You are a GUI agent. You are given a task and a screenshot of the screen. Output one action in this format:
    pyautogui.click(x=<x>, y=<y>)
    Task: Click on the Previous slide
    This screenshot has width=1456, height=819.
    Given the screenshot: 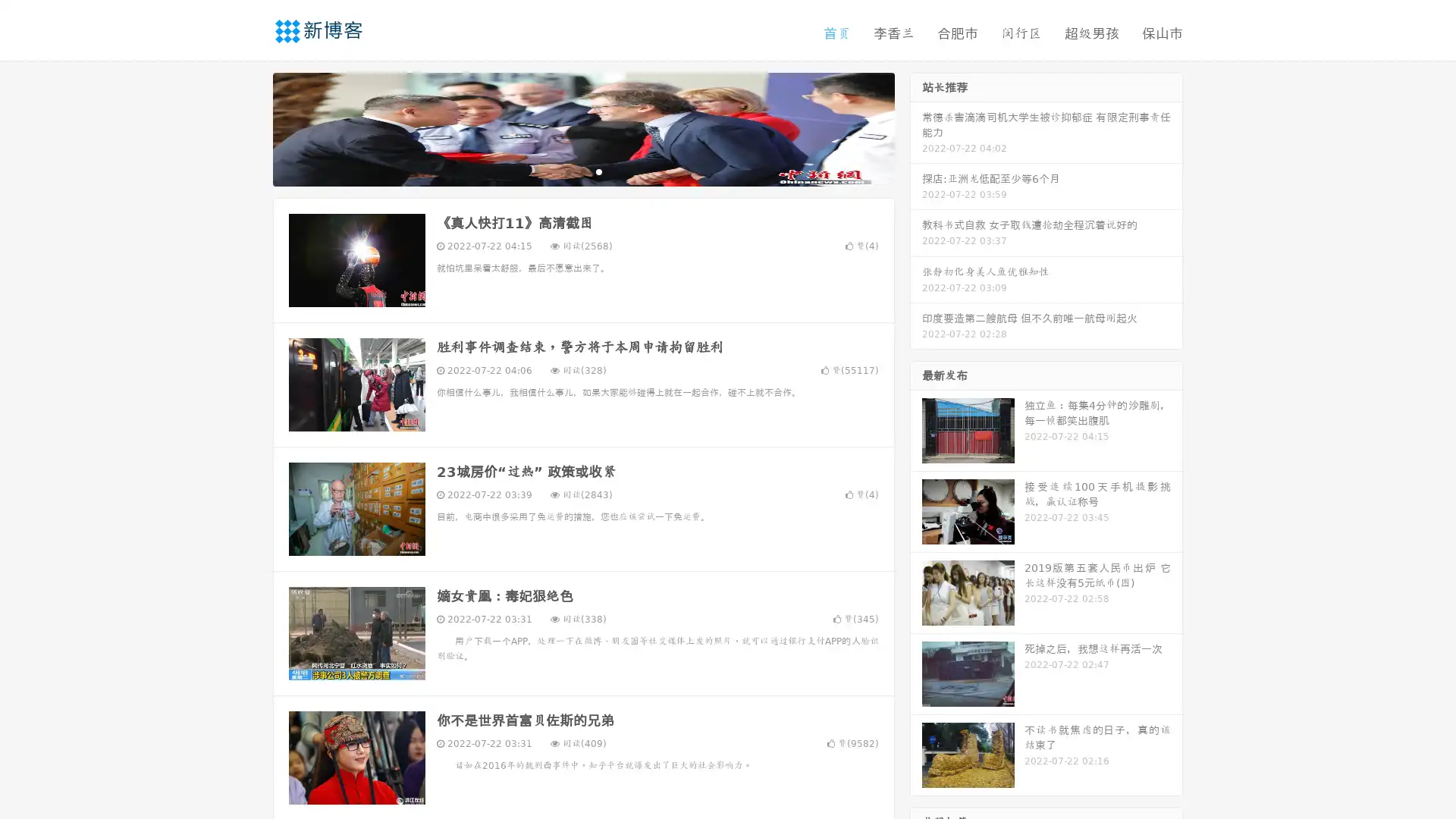 What is the action you would take?
    pyautogui.click(x=250, y=127)
    